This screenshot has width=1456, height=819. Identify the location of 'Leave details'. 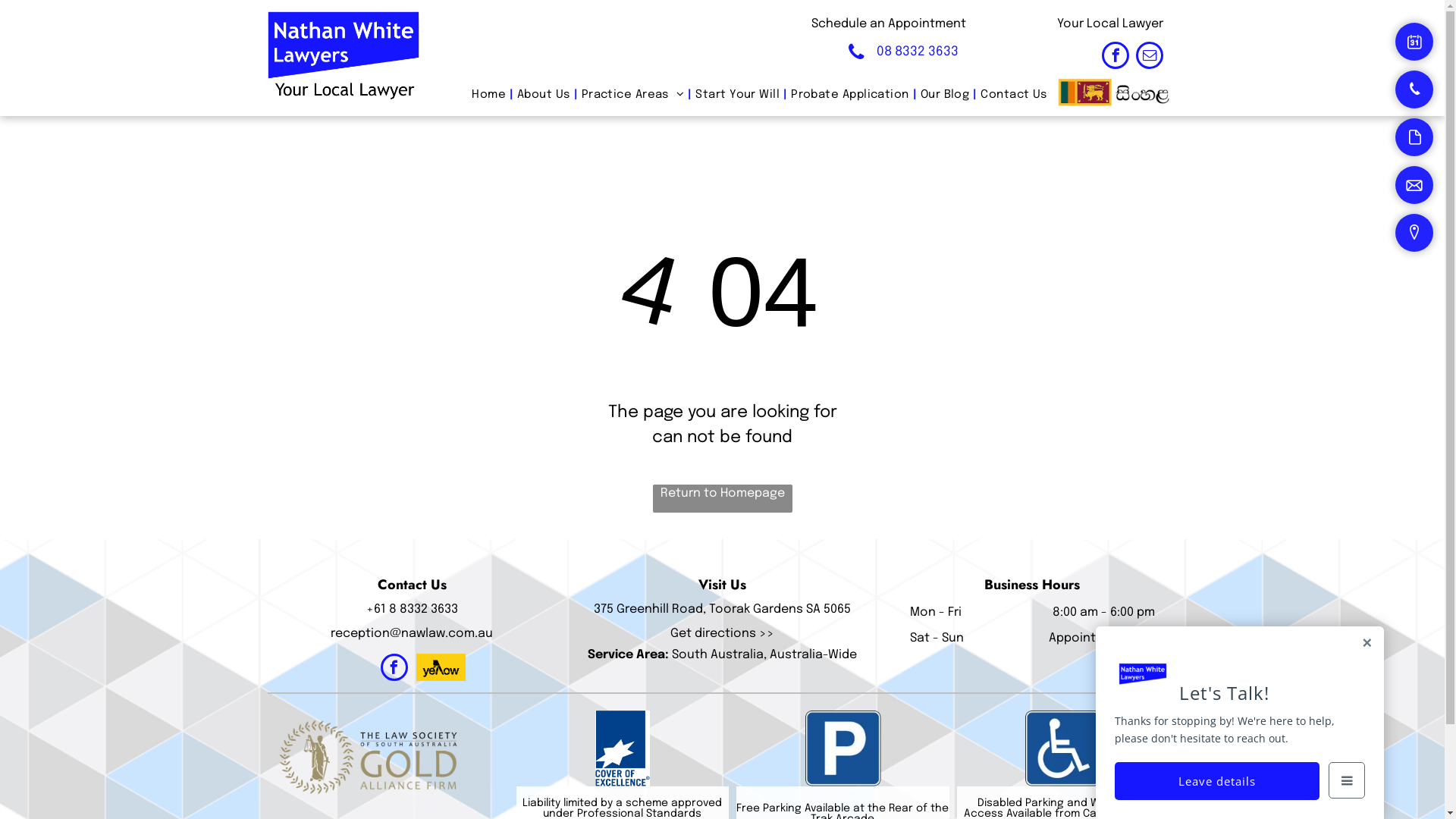
(1216, 780).